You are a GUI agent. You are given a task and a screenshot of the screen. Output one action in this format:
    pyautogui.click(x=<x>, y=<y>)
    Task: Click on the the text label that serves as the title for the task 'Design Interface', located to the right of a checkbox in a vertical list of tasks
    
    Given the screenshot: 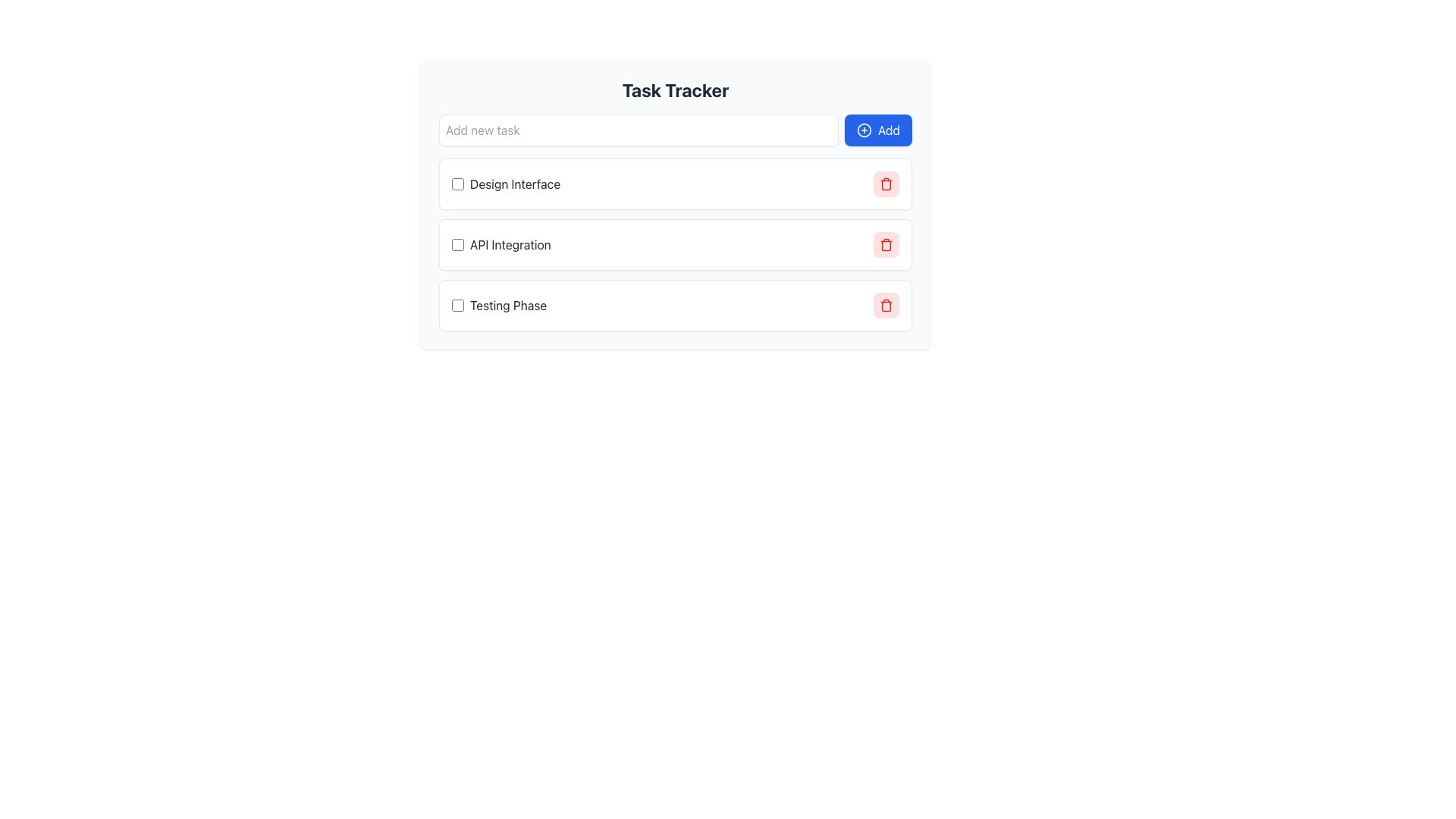 What is the action you would take?
    pyautogui.click(x=506, y=184)
    